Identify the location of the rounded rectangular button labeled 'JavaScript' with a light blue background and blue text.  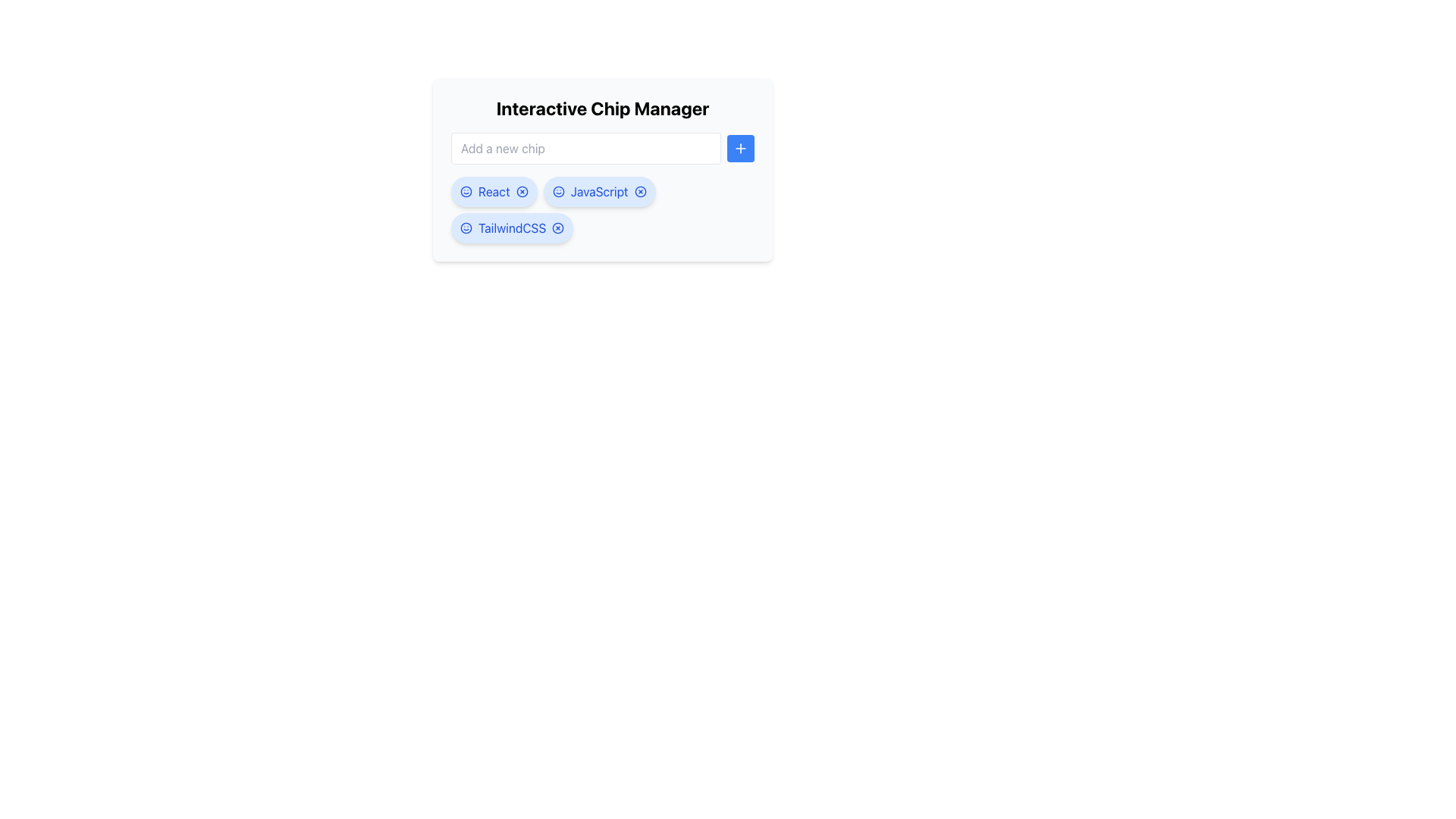
(598, 191).